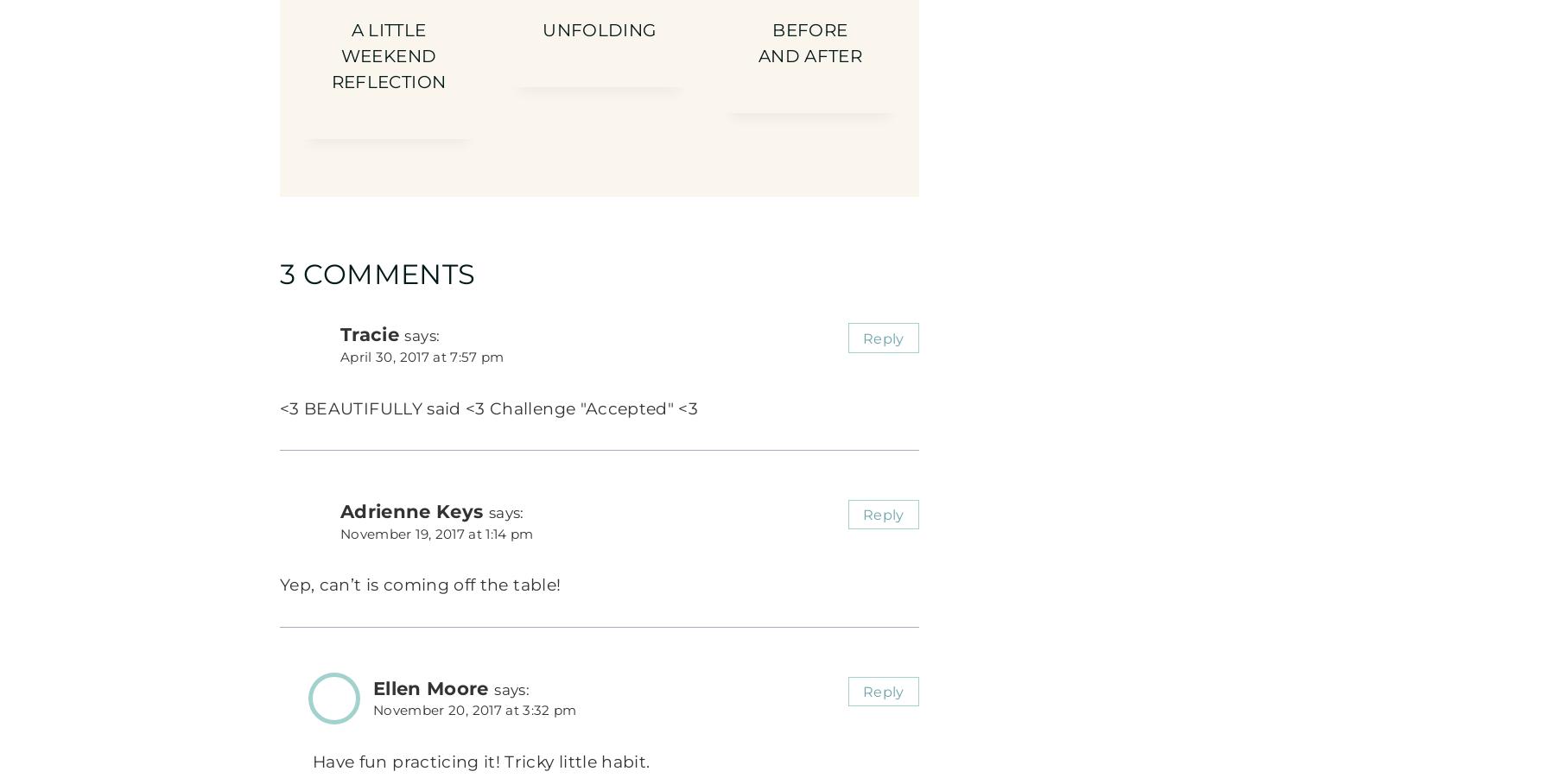 Image resolution: width=1555 pixels, height=784 pixels. What do you see at coordinates (370, 332) in the screenshot?
I see `'Tracie'` at bounding box center [370, 332].